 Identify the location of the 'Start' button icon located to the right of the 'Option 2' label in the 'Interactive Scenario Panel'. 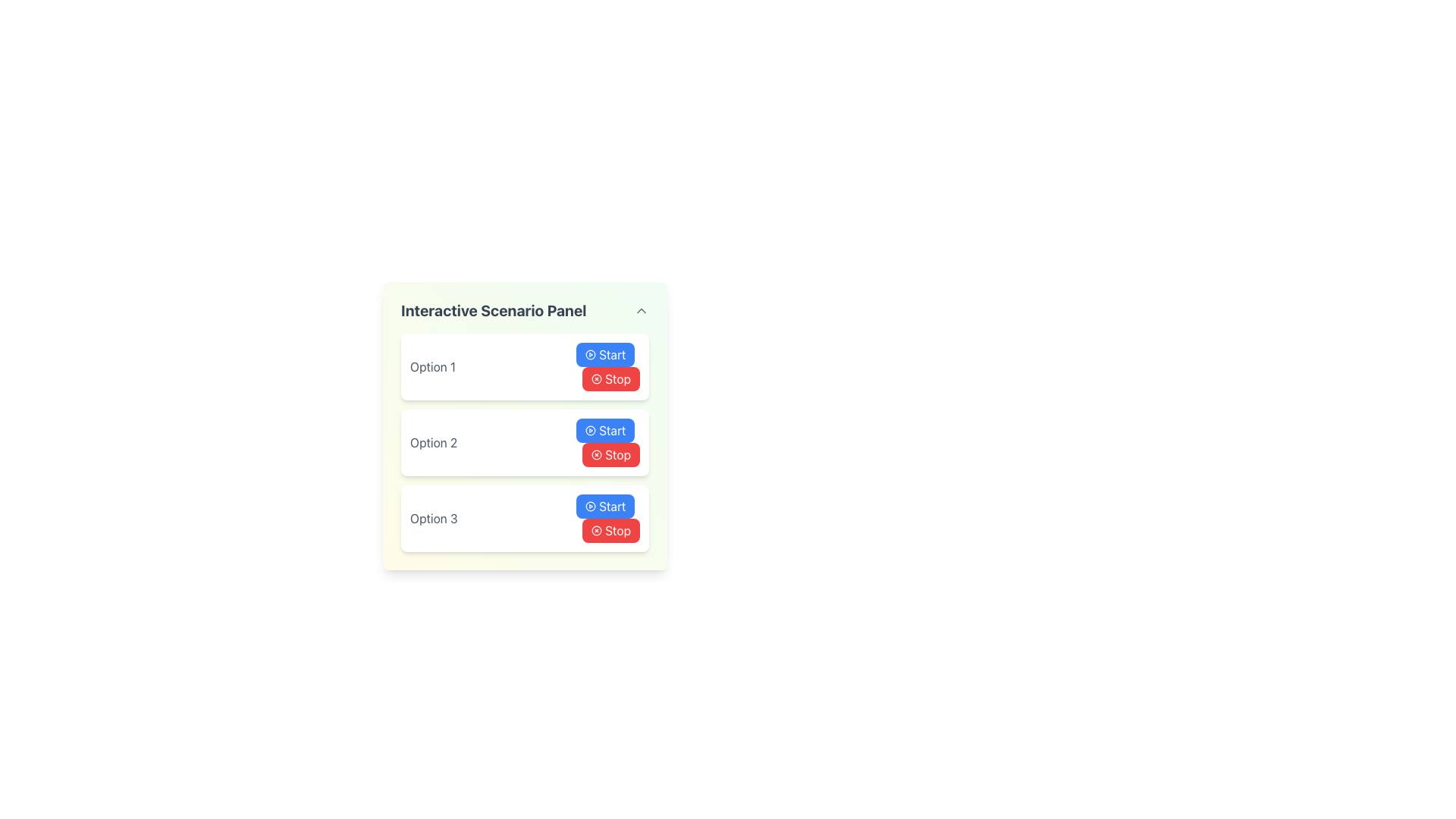
(590, 430).